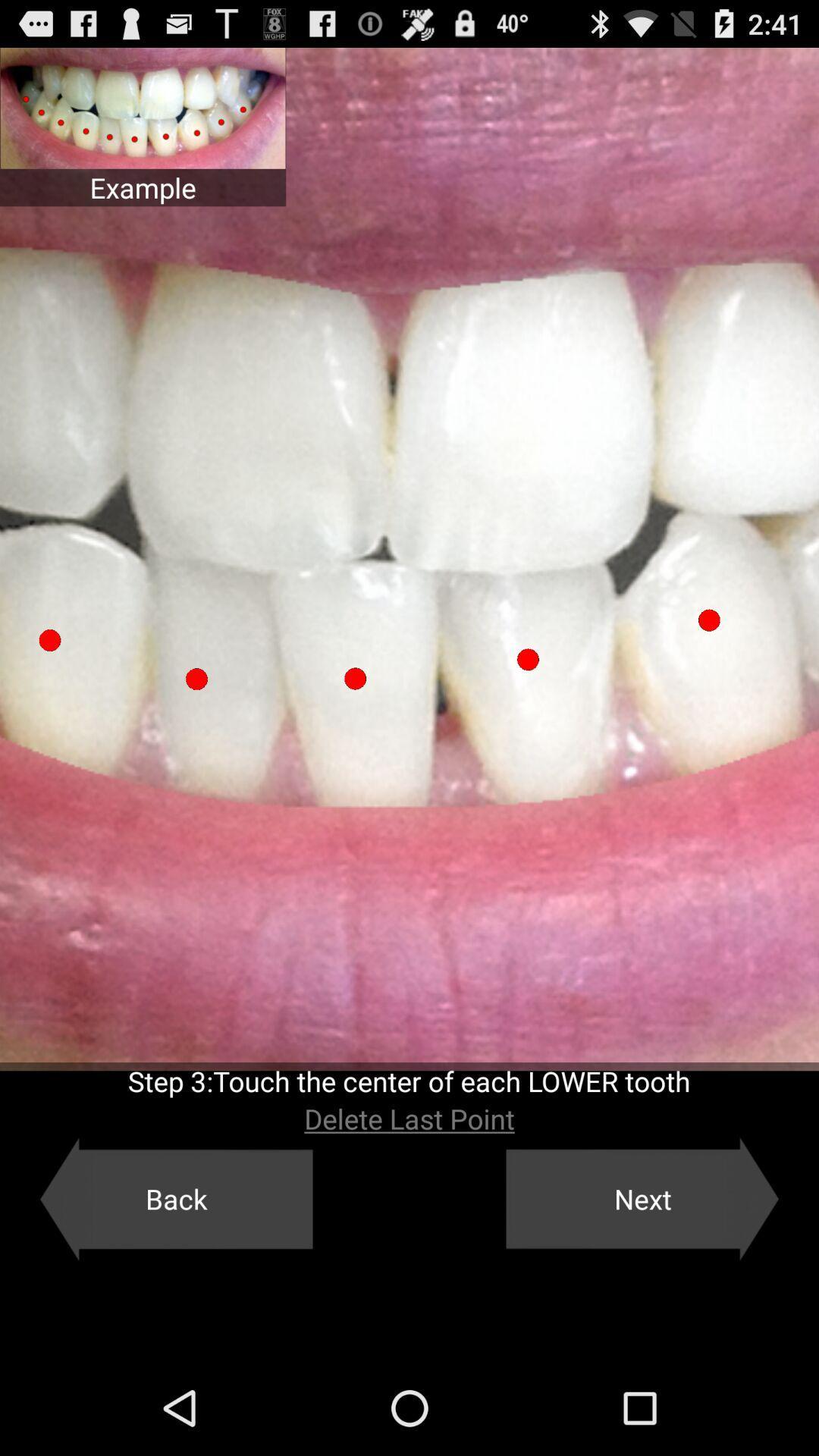  What do you see at coordinates (642, 1198) in the screenshot?
I see `the next button` at bounding box center [642, 1198].